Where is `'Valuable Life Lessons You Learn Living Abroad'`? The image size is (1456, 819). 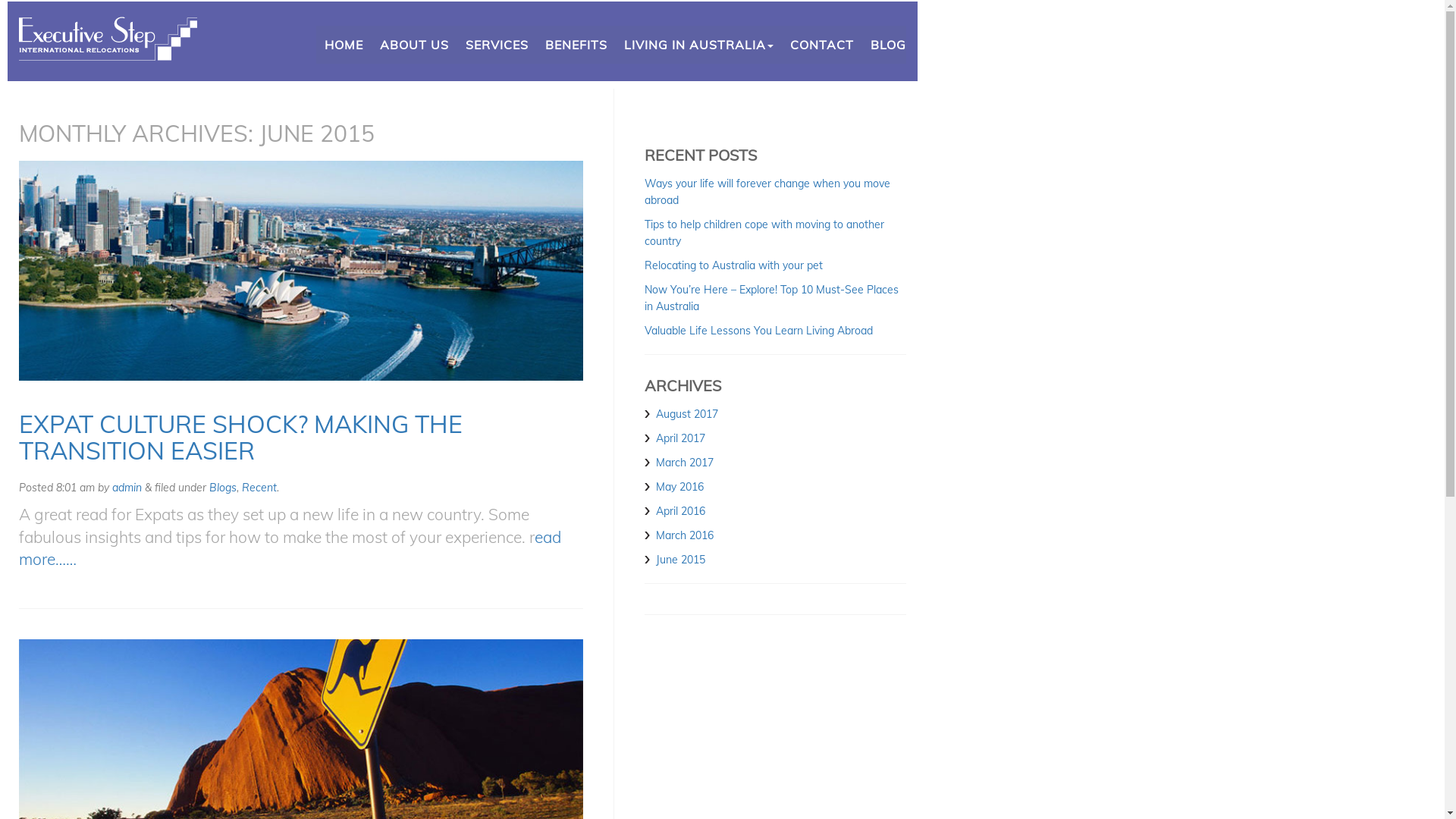 'Valuable Life Lessons You Learn Living Abroad' is located at coordinates (758, 329).